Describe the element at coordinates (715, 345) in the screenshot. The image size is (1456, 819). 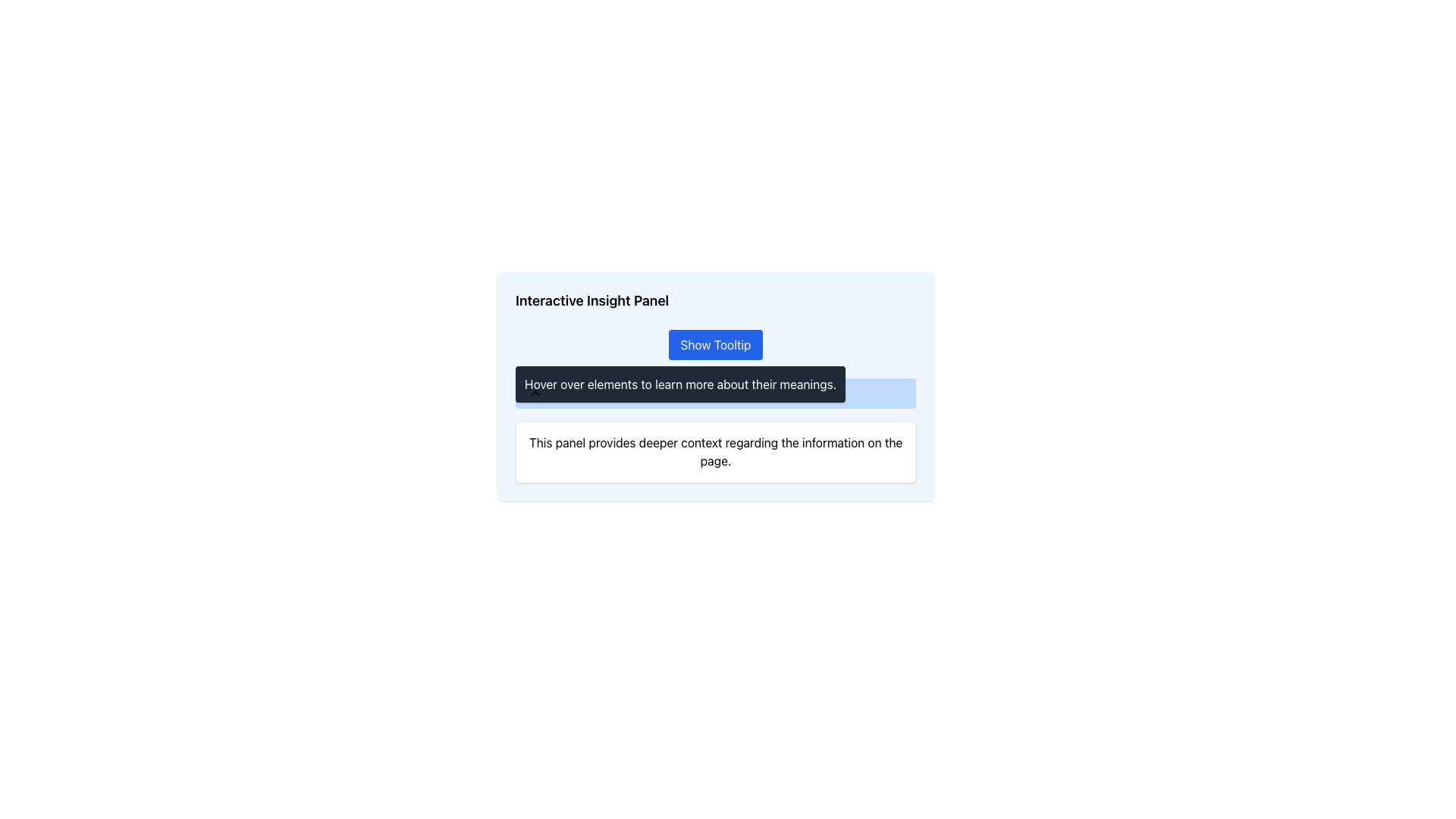
I see `the button located in the 'Interactive Insight Panel' that triggers a tooltip` at that location.